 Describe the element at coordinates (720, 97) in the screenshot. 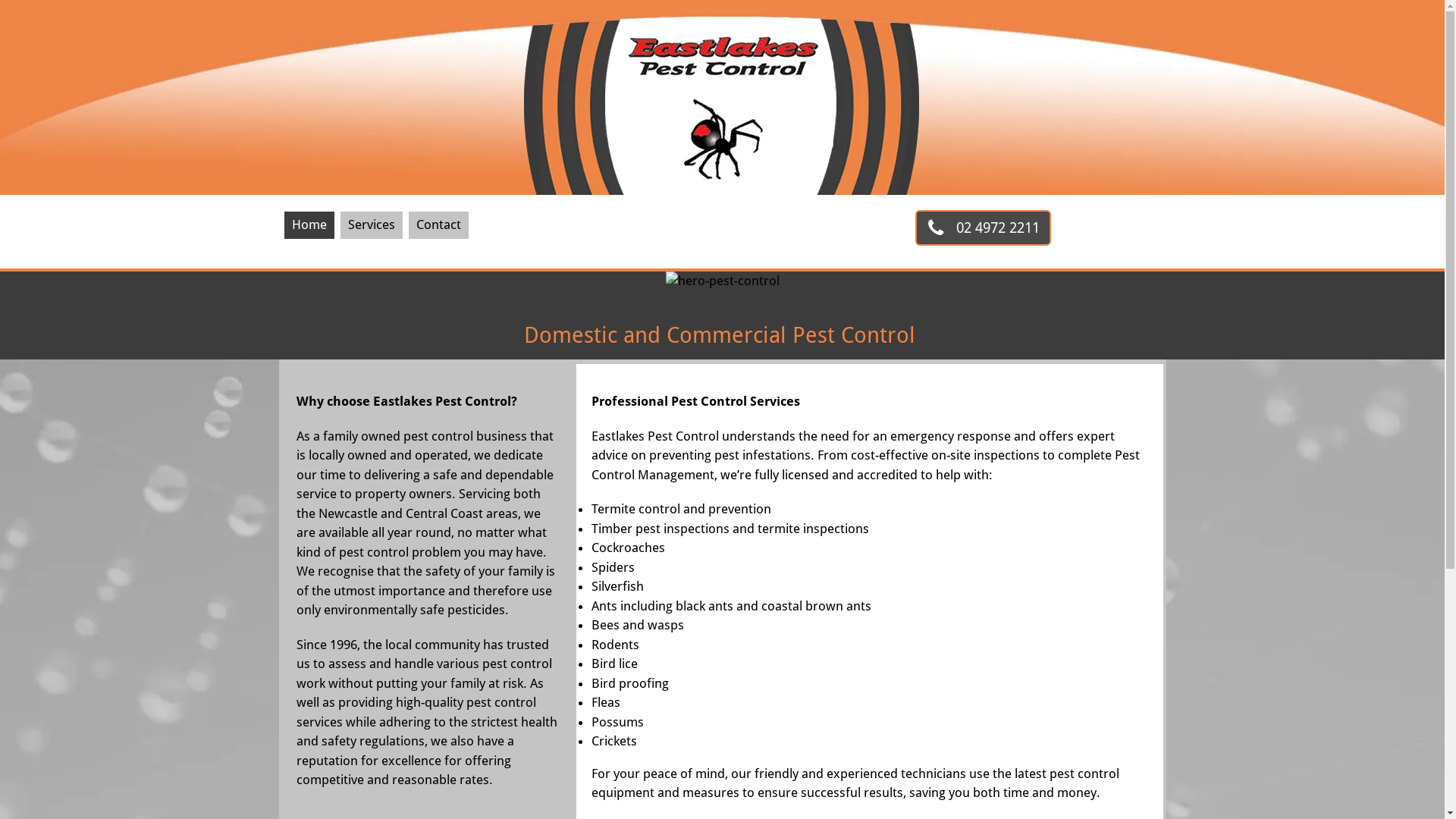

I see `'eastlakes pest control business logo'` at that location.